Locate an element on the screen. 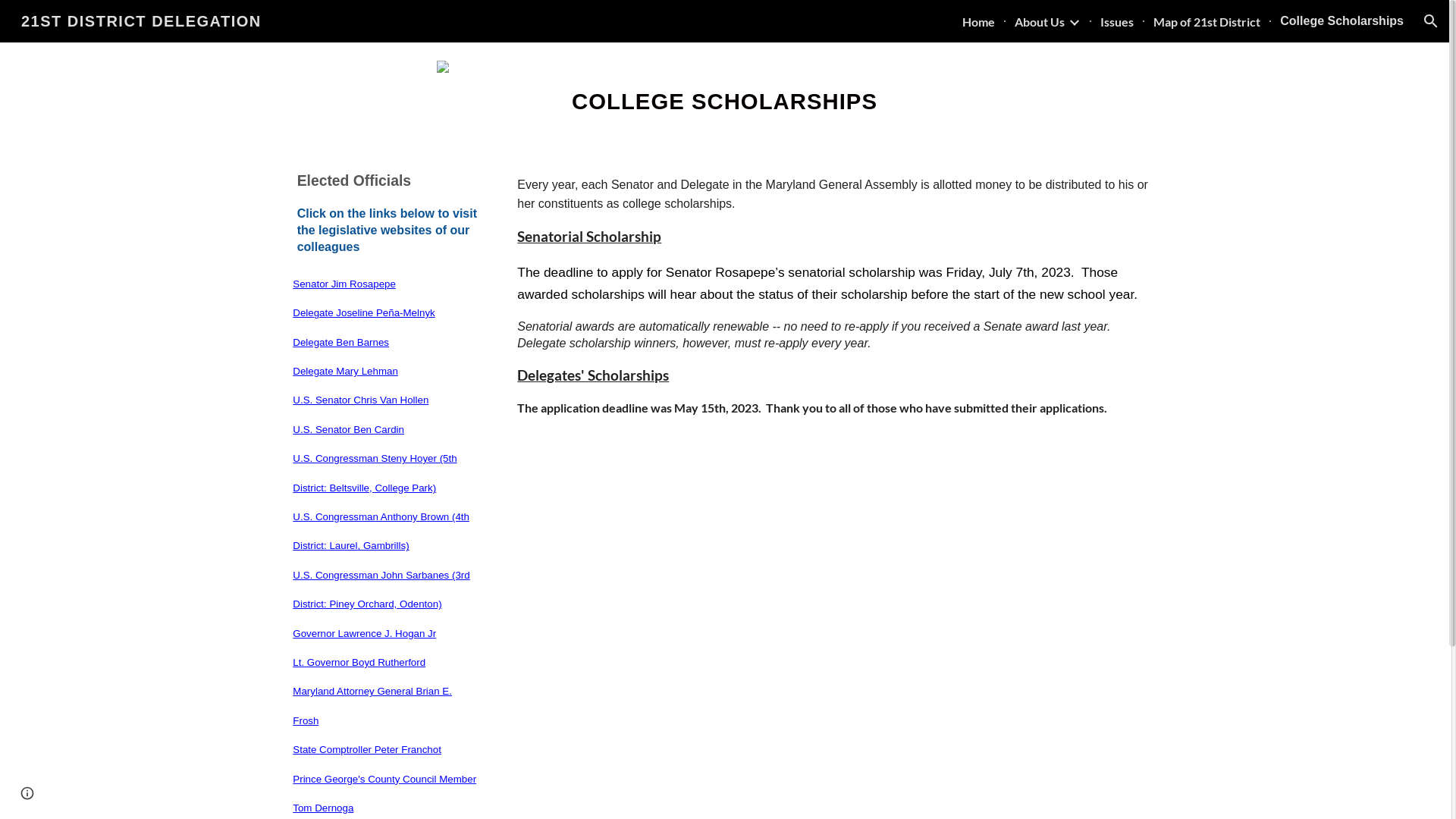  'State Comptroller Peter Franchot' is located at coordinates (367, 748).